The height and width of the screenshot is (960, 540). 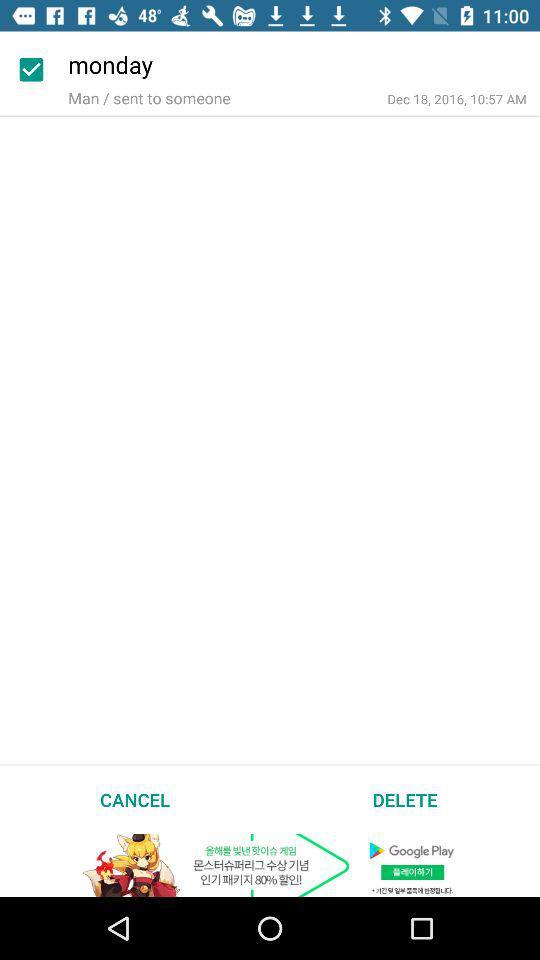 What do you see at coordinates (457, 99) in the screenshot?
I see `the item at the top right corner` at bounding box center [457, 99].